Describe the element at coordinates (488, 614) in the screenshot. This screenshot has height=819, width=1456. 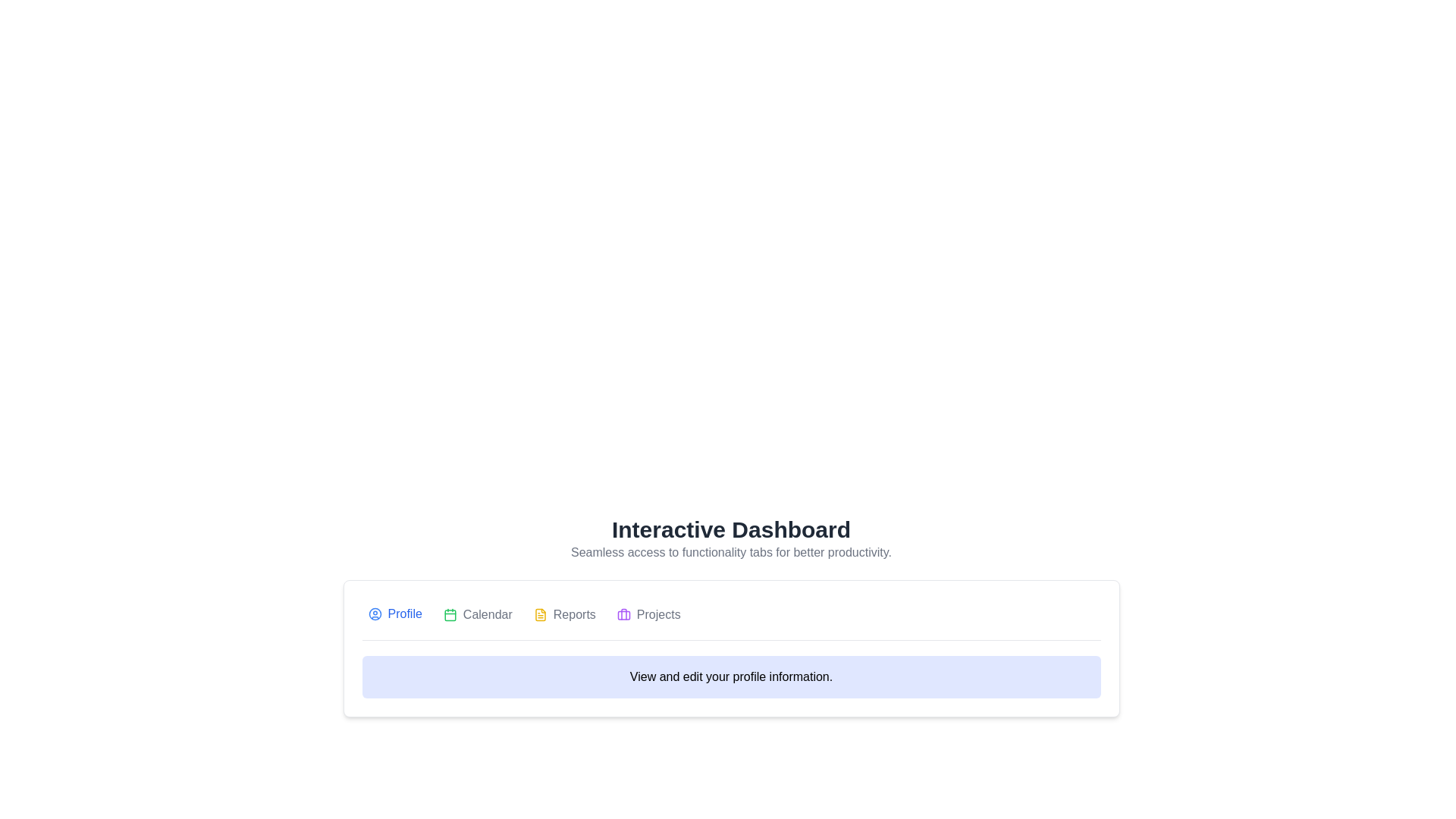
I see `the 'Calendar' text label in the horizontal navigation menu, located between the 'Profile' and 'Reports' labels` at that location.